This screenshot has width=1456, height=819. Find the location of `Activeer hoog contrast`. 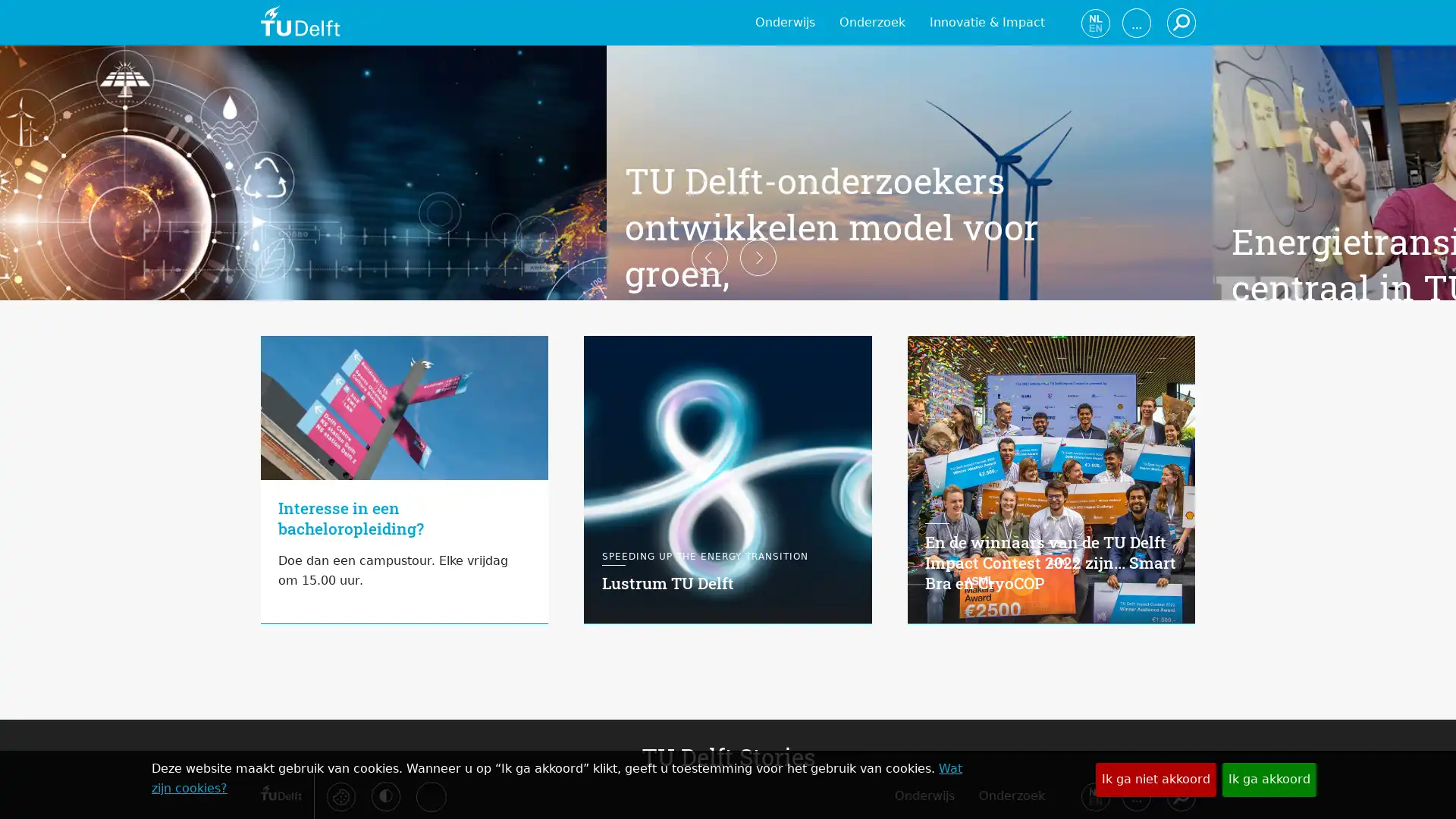

Activeer hoog contrast is located at coordinates (385, 795).